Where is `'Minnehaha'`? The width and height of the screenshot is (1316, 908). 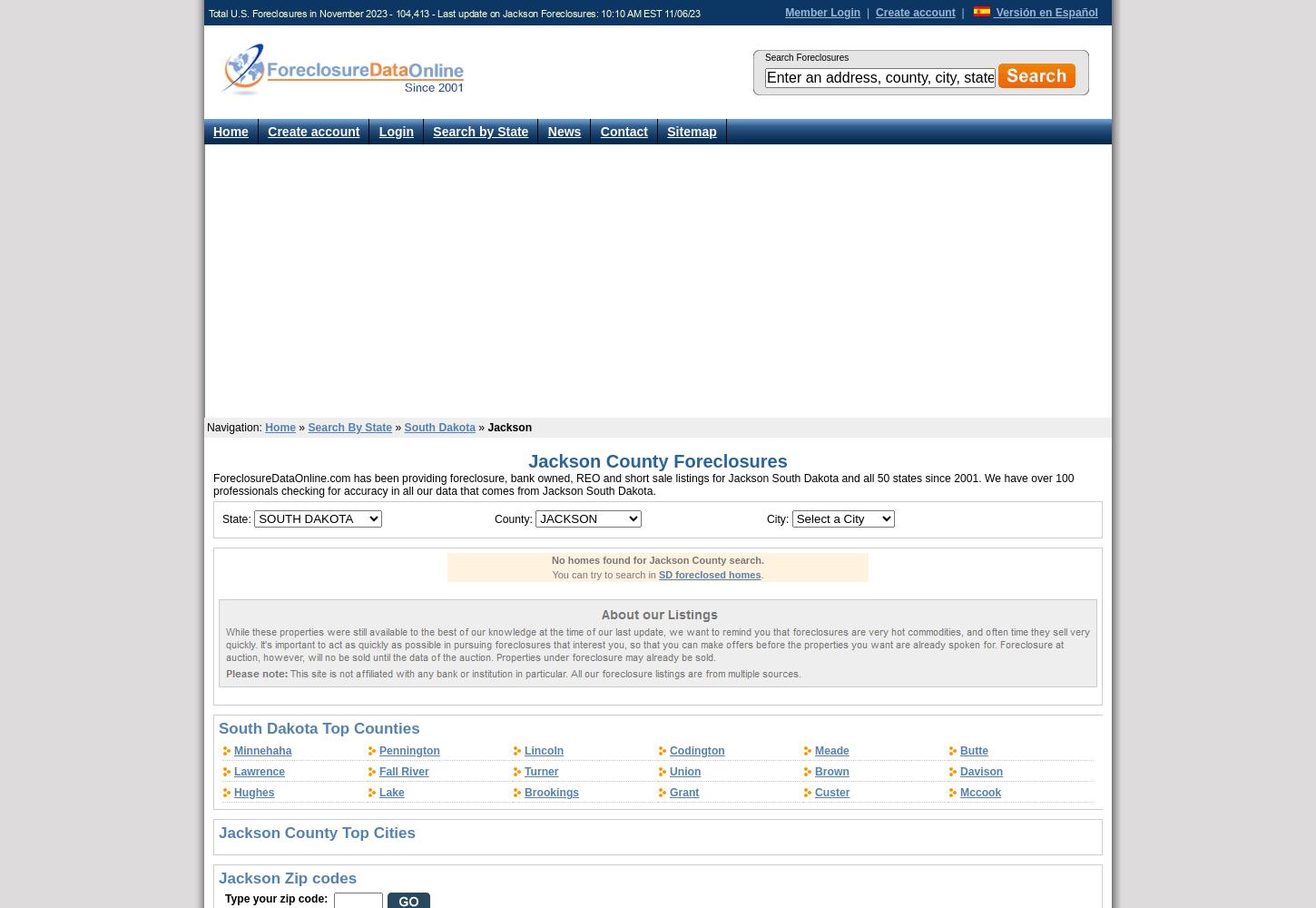
'Minnehaha' is located at coordinates (233, 750).